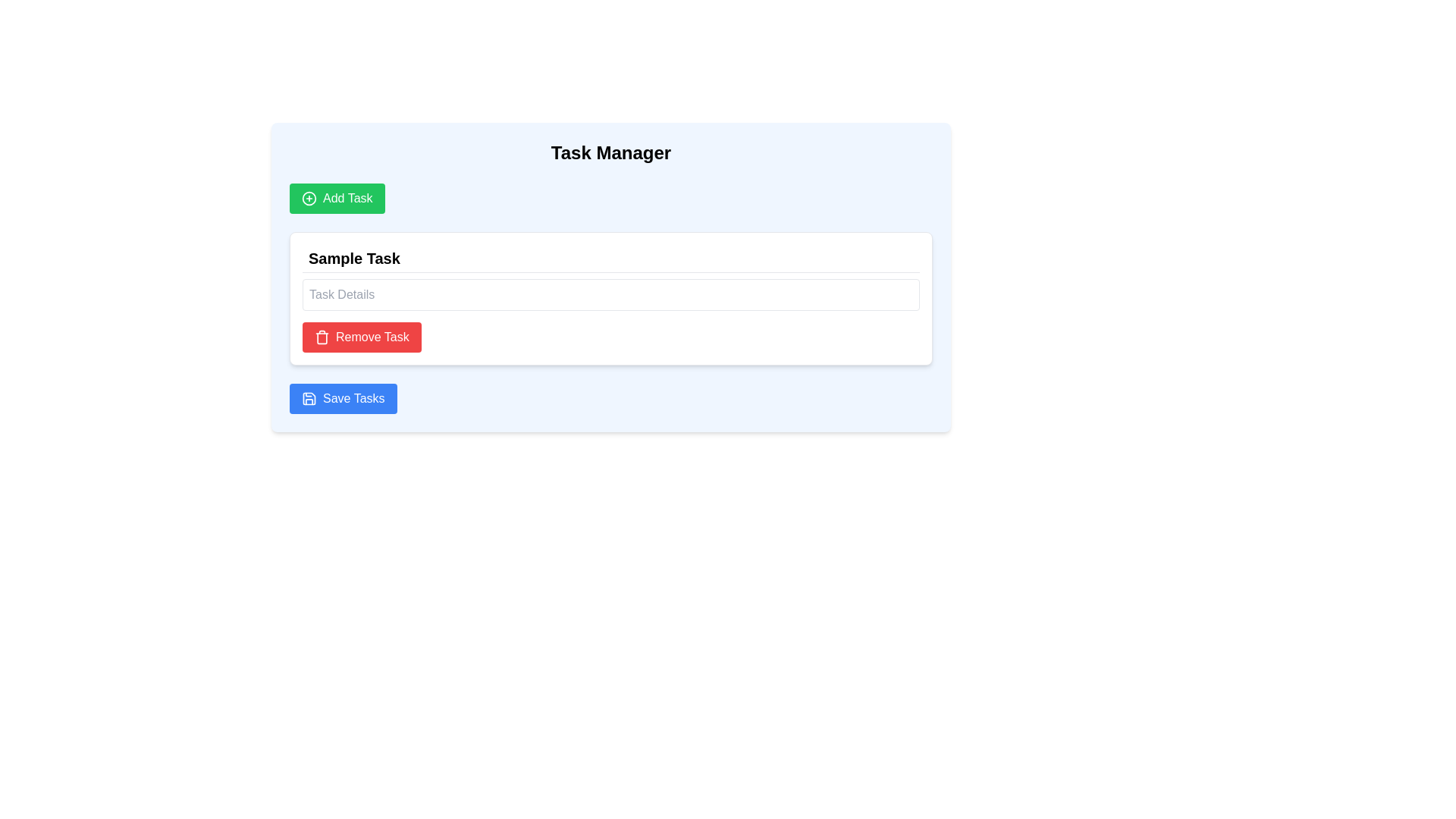 The width and height of the screenshot is (1456, 819). I want to click on the trash can icon located to the left side of the 'Remove Task' button, positioned below the 'Task Details' input box, so click(322, 336).